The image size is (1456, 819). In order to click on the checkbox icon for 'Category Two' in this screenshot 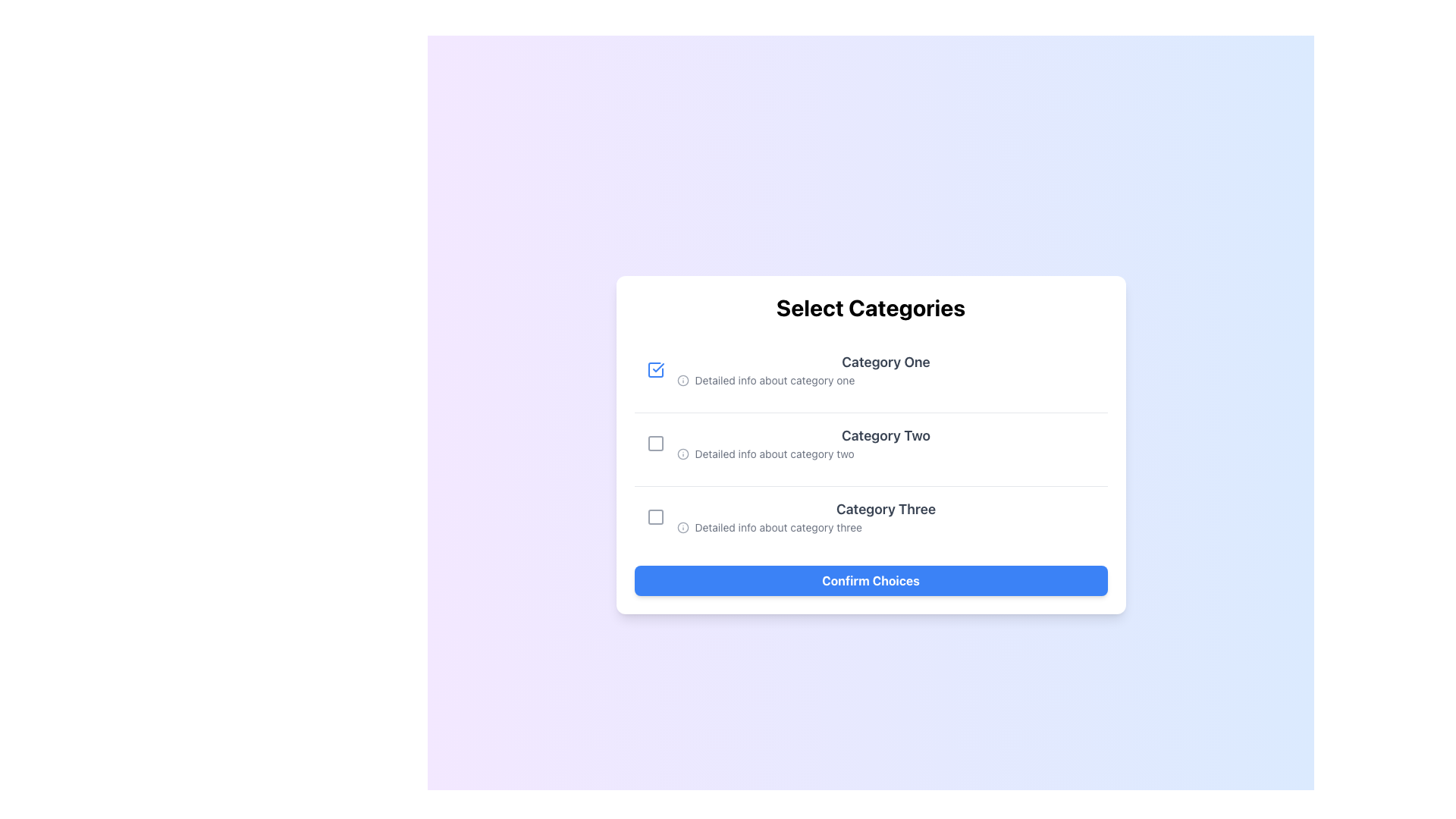, I will do `click(655, 444)`.